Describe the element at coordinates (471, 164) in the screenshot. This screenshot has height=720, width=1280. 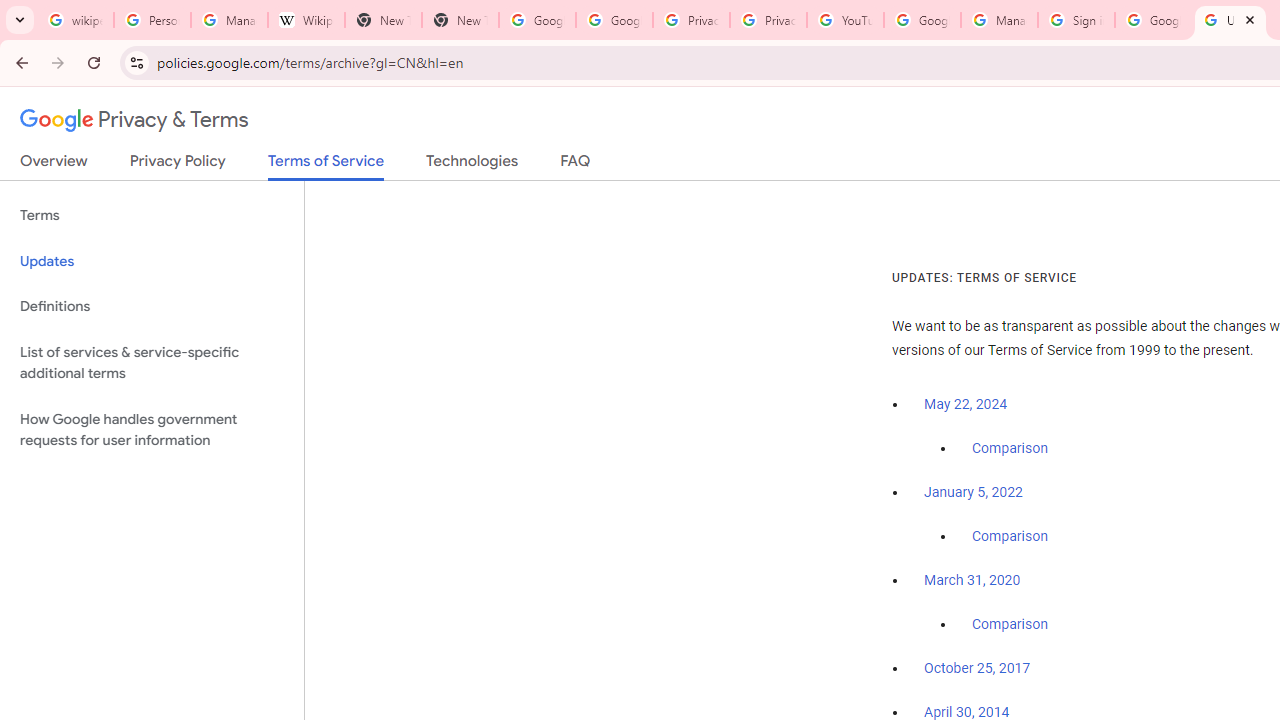
I see `'Technologies'` at that location.